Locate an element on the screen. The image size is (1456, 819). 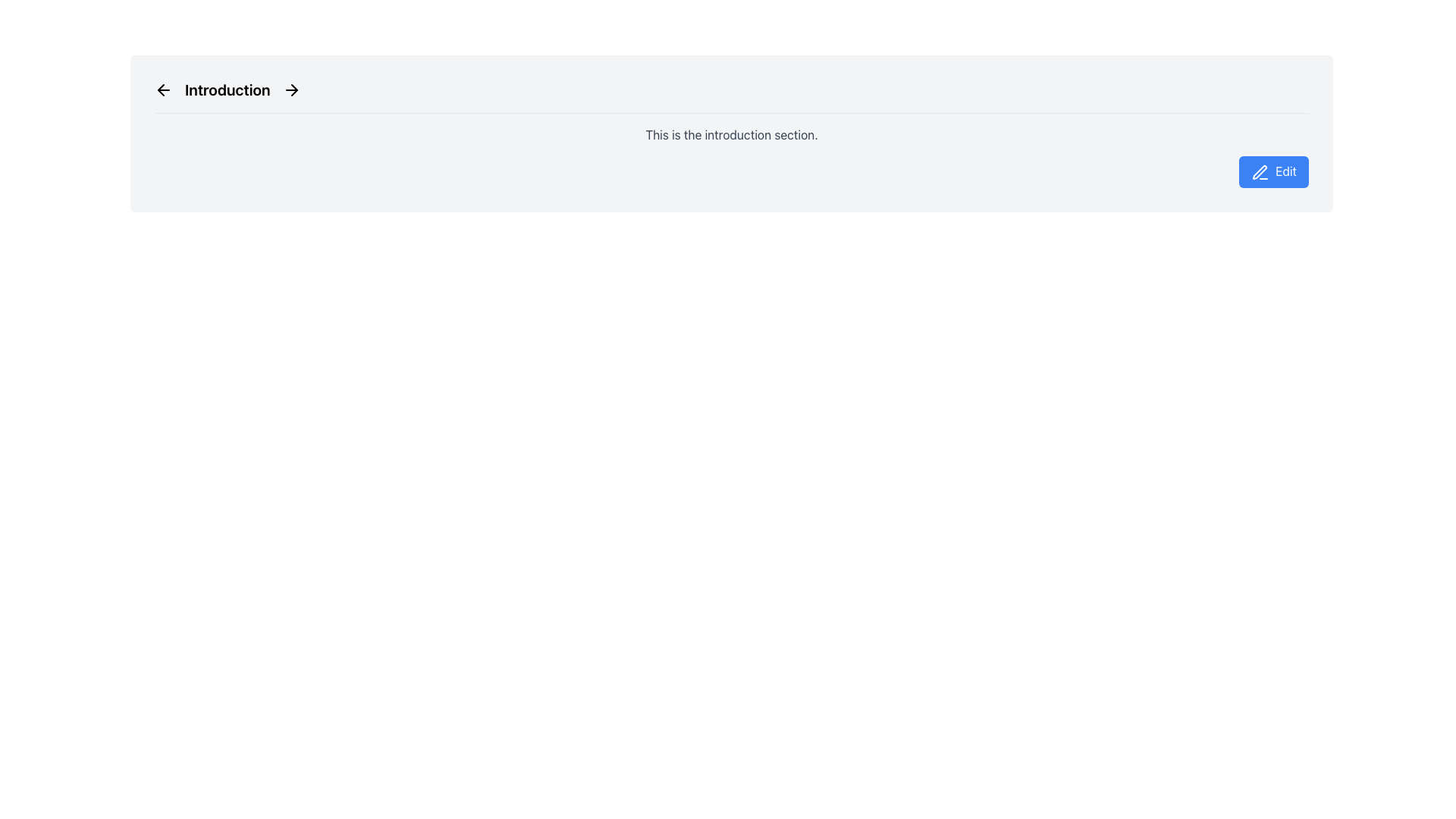
the blue 'Edit' button with white text and a pen icon on its left is located at coordinates (1274, 171).